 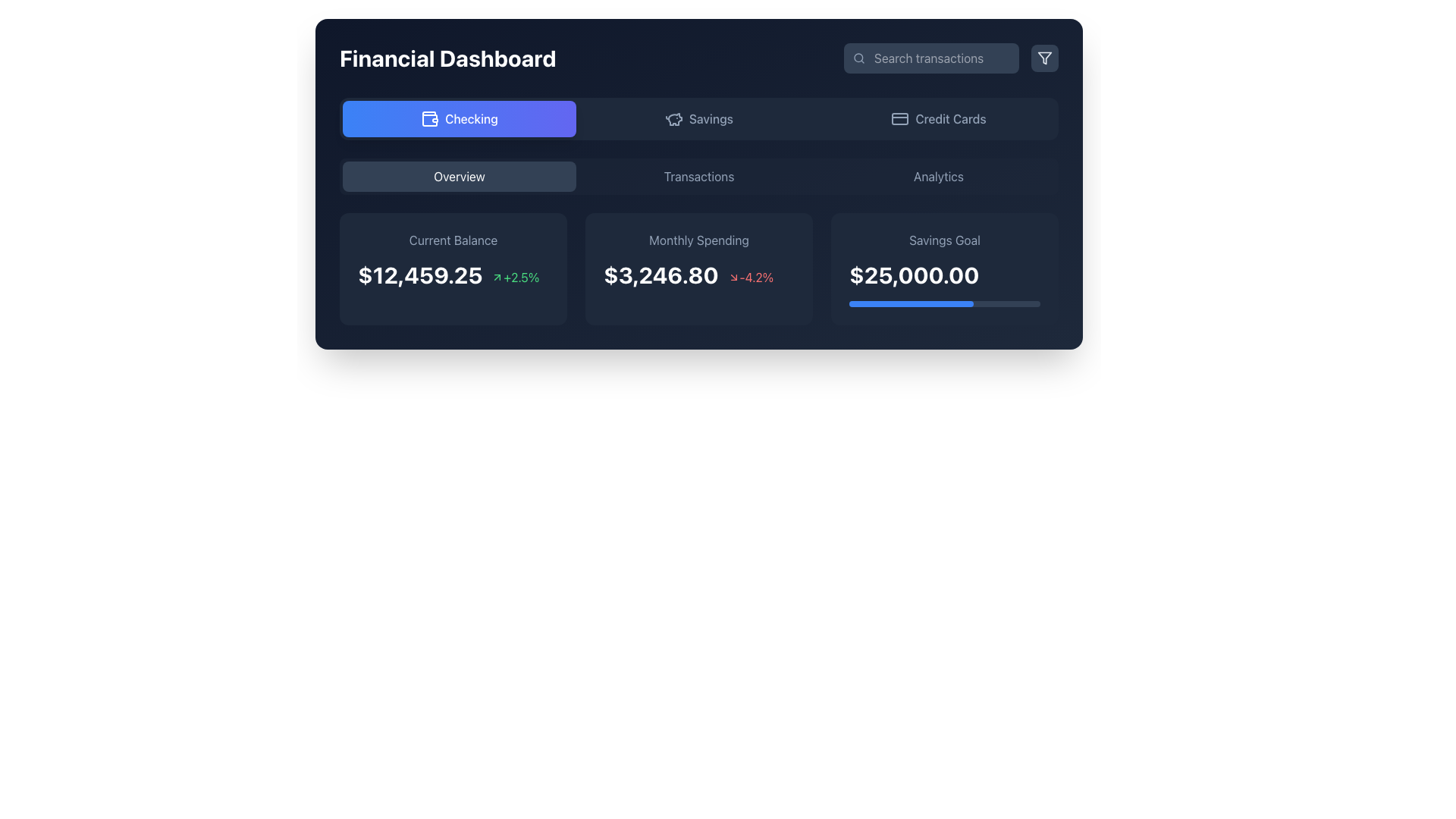 I want to click on the wallet icon located to the left of the 'Checking' button in the navigation bar, which features a gradient background from blue to indigo and a circular cutout on the right side, so click(x=429, y=118).